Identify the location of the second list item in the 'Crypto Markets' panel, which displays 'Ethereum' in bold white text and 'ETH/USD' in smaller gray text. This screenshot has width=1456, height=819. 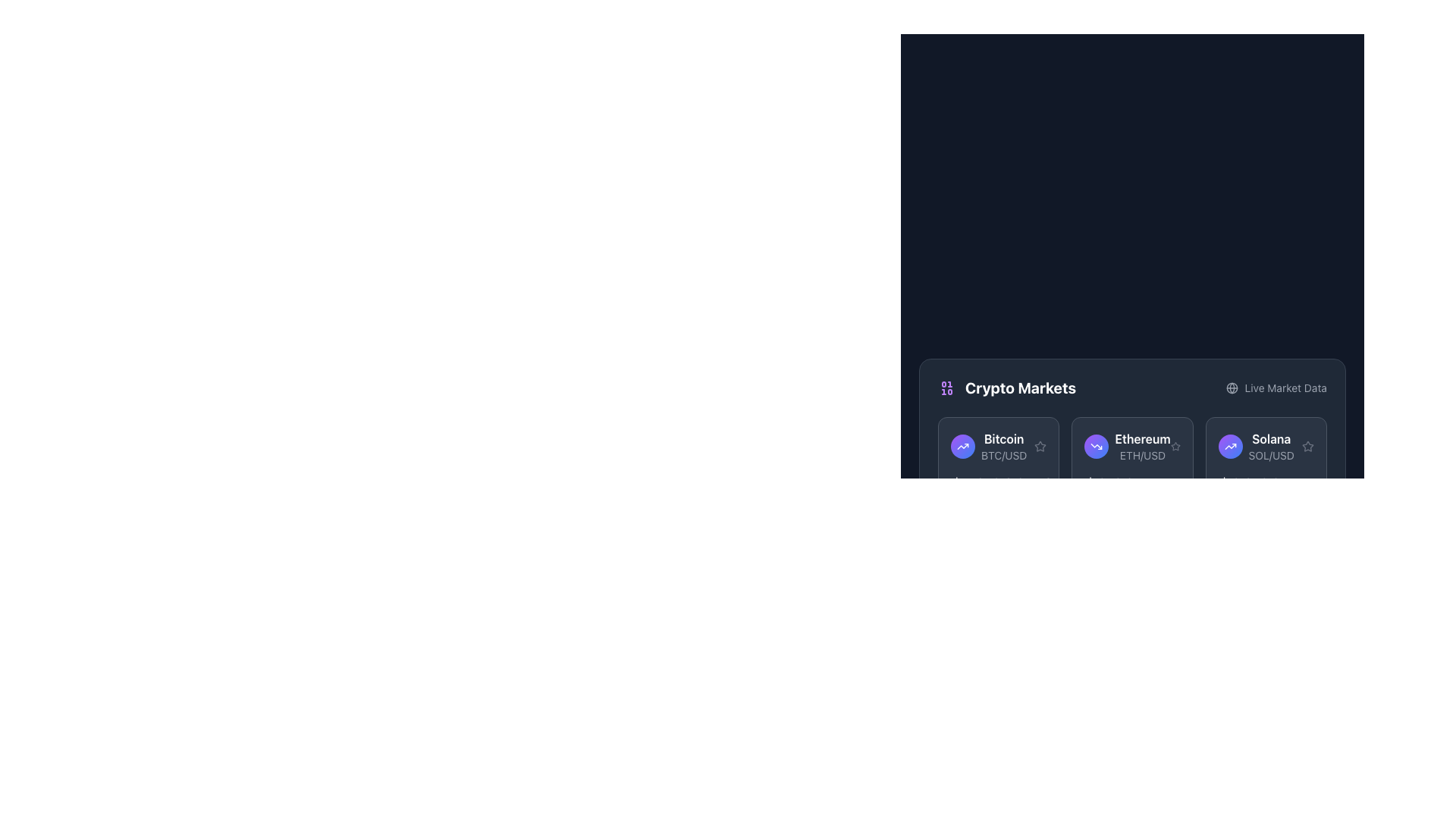
(1128, 446).